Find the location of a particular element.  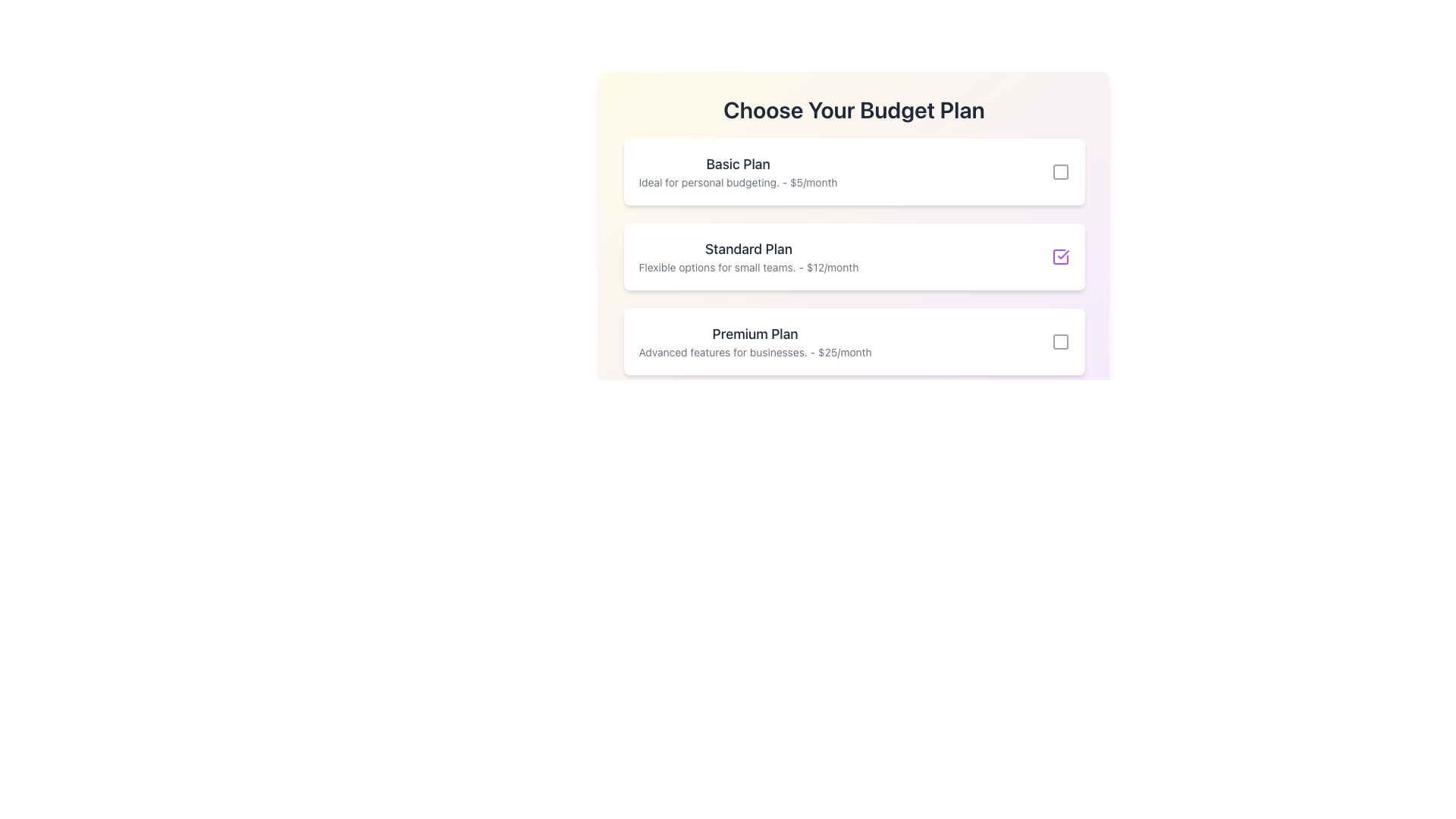

the text label providing information about the 'Basic Plan', which is positioned below the 'Basic Plan' text in the first plan option section is located at coordinates (738, 181).